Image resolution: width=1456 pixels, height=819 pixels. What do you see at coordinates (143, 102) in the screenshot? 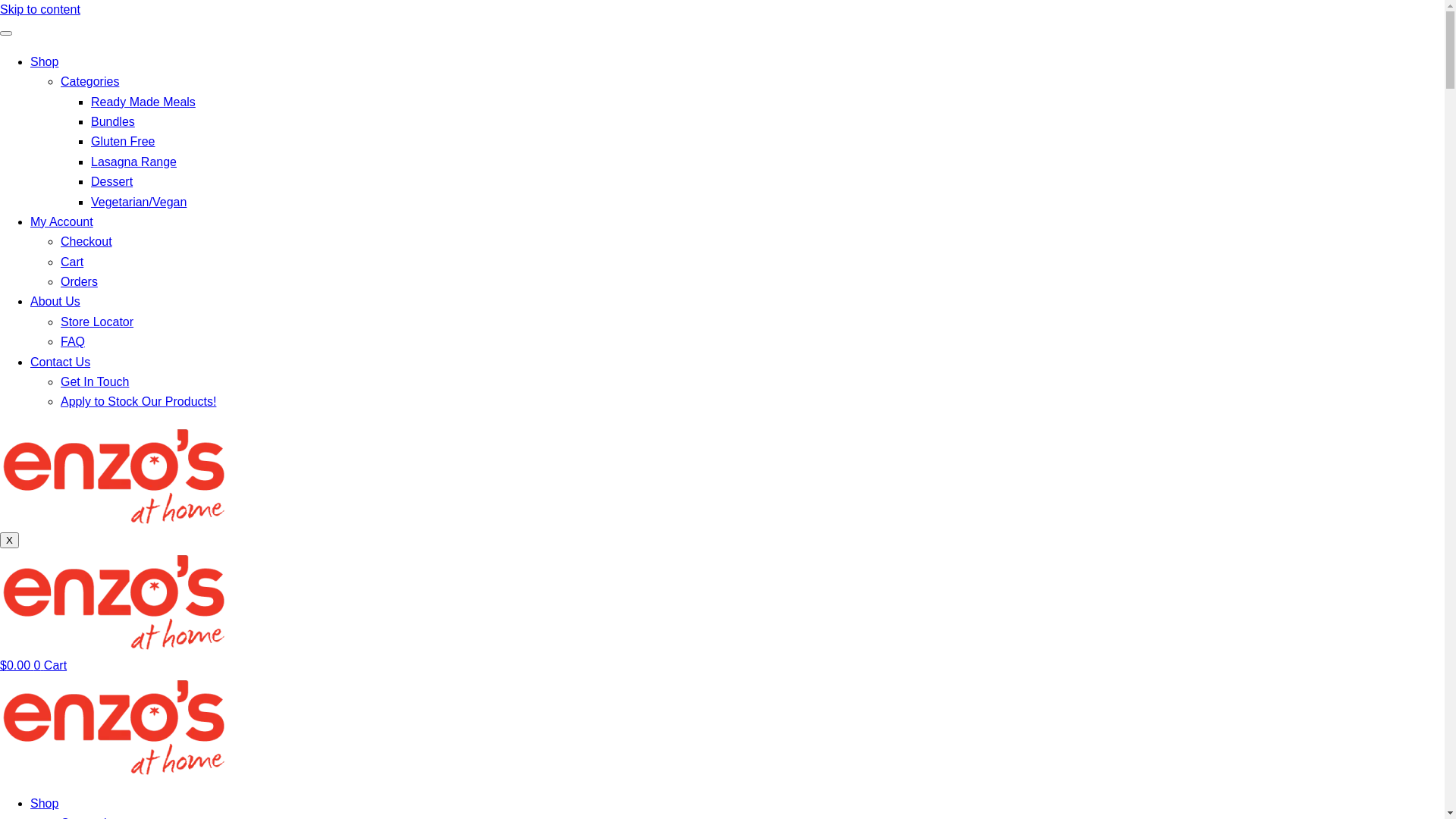
I see `'Ready Made Meals'` at bounding box center [143, 102].